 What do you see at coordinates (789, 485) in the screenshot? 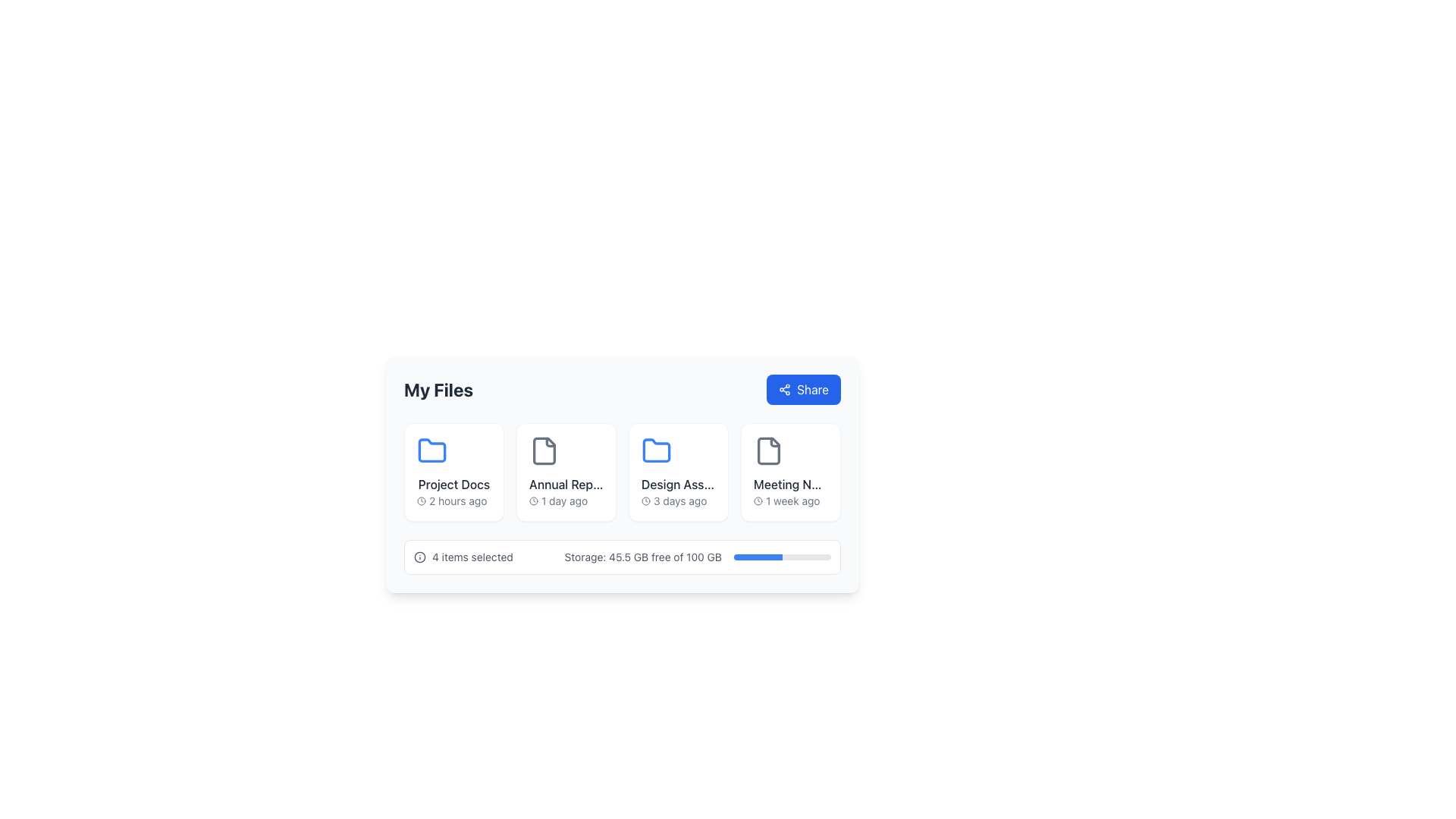
I see `the text label displaying 'Meeting Notes.docx' located at the center of the fourth card in the 'My Files' section` at bounding box center [789, 485].